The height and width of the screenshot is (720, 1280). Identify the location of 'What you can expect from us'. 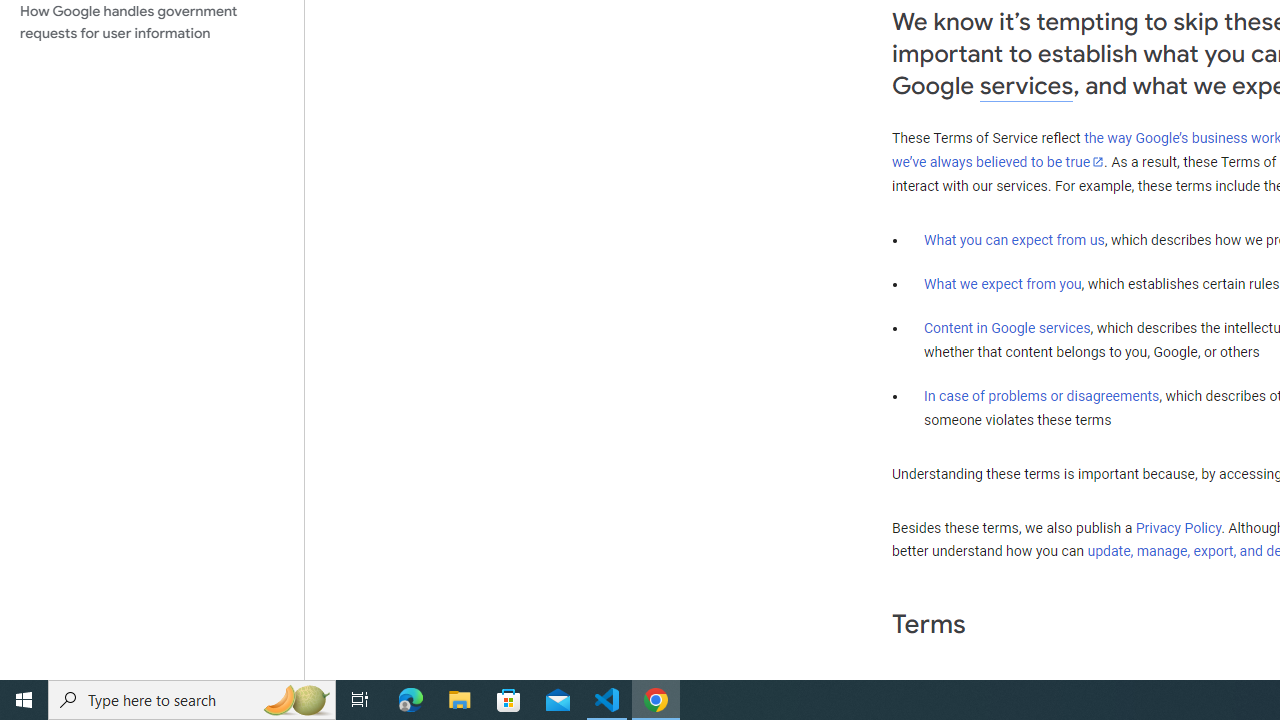
(1014, 239).